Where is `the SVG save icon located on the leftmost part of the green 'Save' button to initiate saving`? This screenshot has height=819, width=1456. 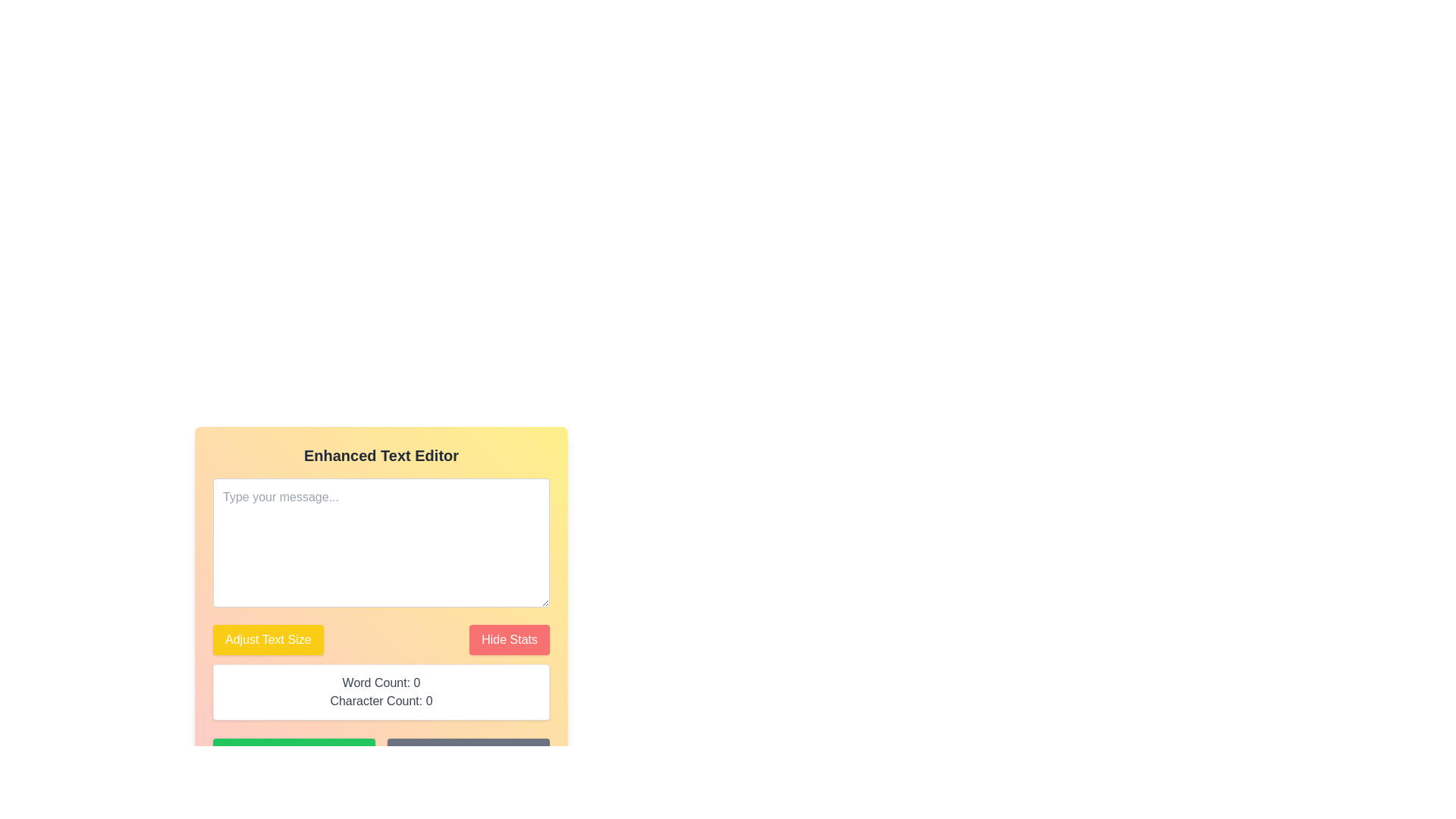
the SVG save icon located on the leftmost part of the green 'Save' button to initiate saving is located at coordinates (277, 754).